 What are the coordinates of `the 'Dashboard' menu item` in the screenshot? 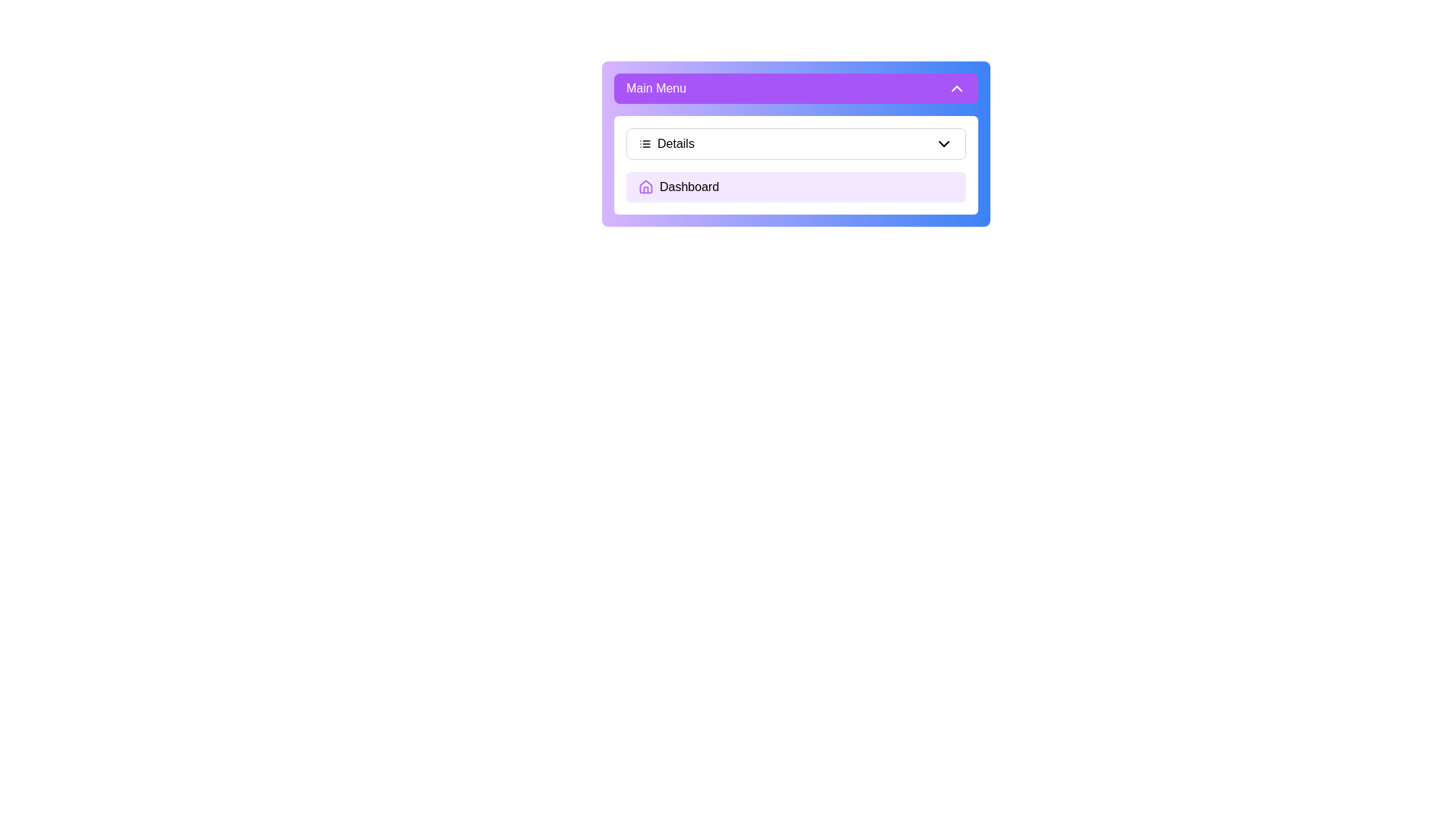 It's located at (795, 186).